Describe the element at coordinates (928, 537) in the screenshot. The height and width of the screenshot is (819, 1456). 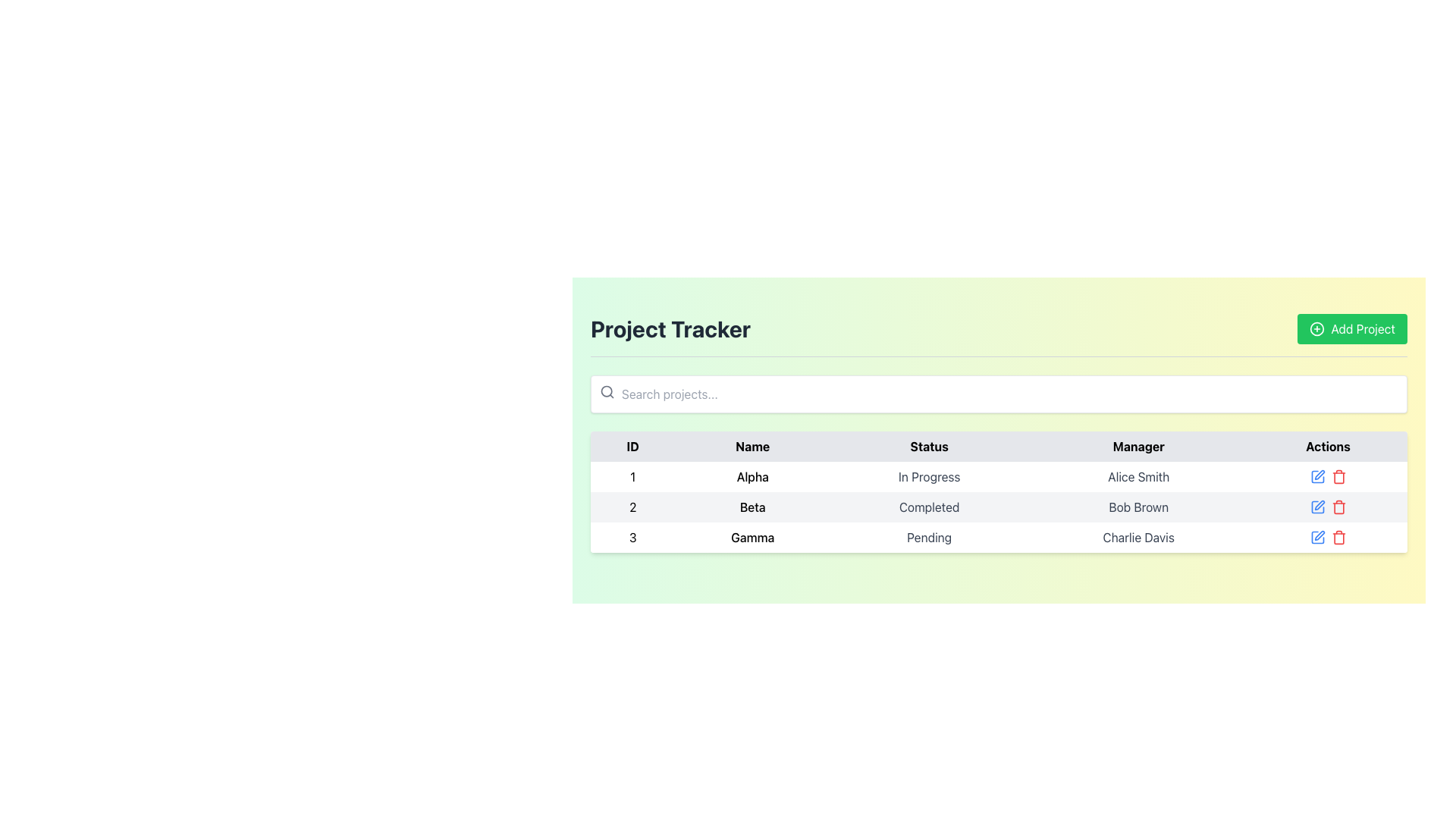
I see `the Text label displaying the status "Pending" in the Status column of the row labeled with ID "3" and Name "Gamma"` at that location.